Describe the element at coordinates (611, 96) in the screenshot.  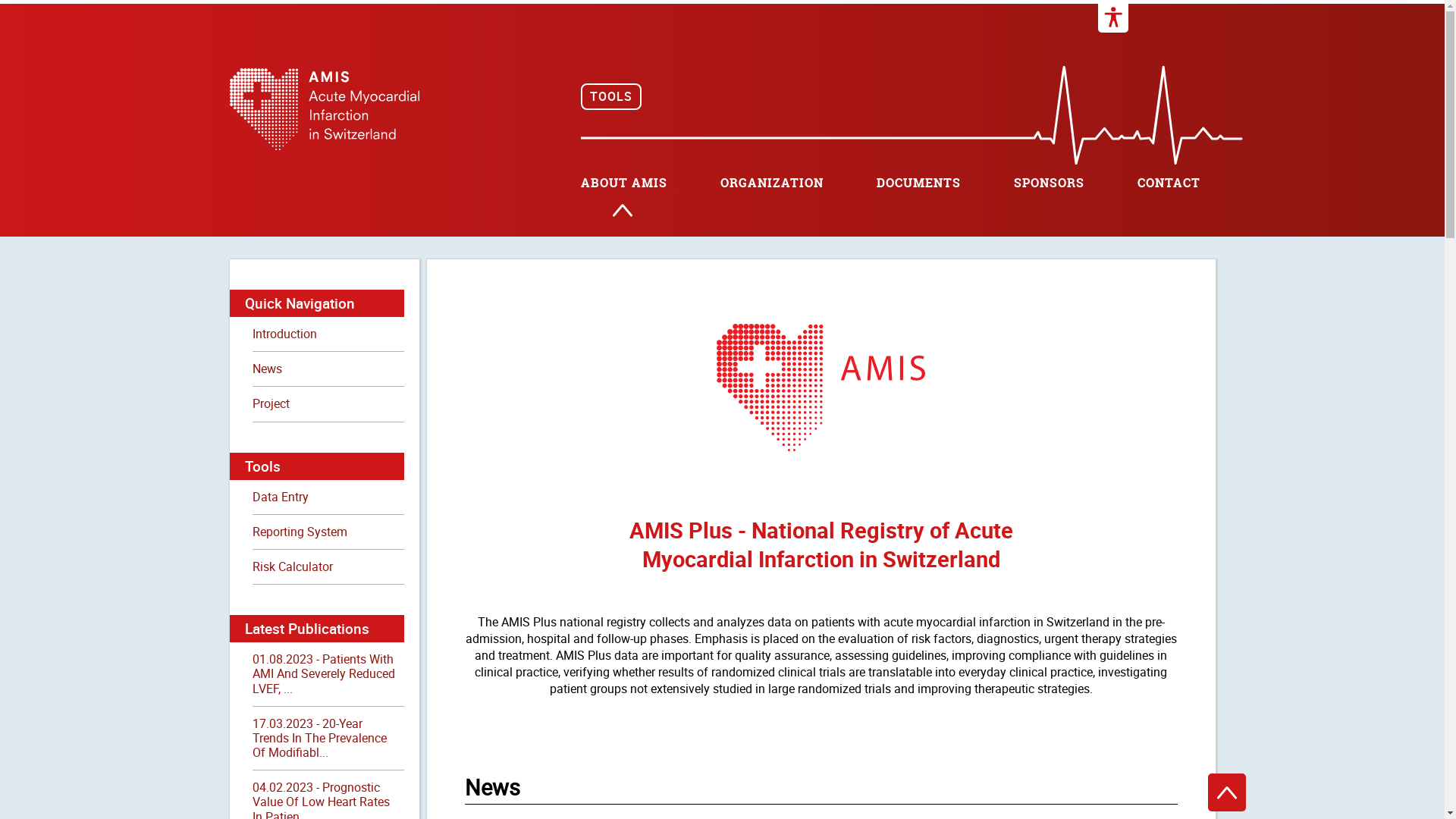
I see `'TOOLS'` at that location.